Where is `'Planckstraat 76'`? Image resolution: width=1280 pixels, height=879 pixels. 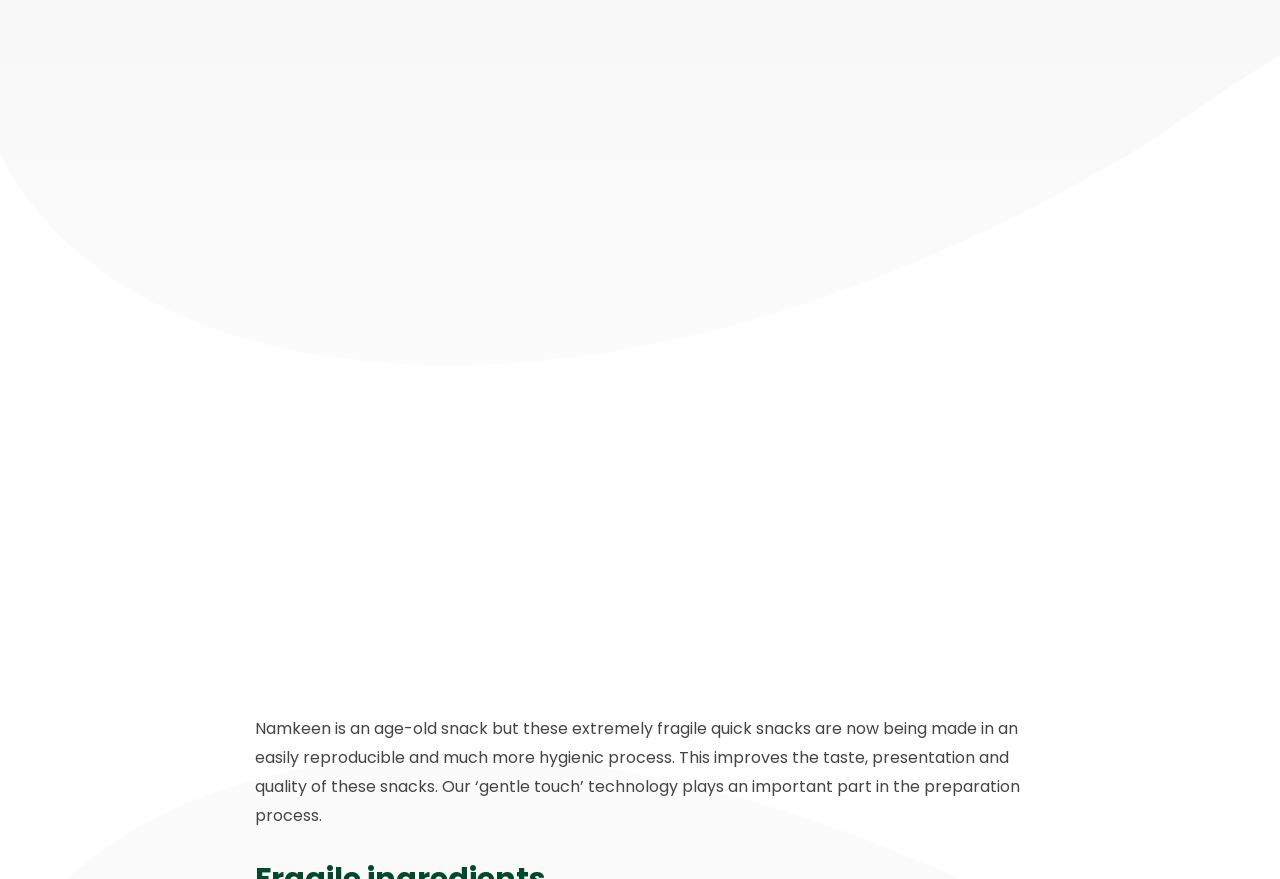
'Planckstraat 76' is located at coordinates (321, 690).